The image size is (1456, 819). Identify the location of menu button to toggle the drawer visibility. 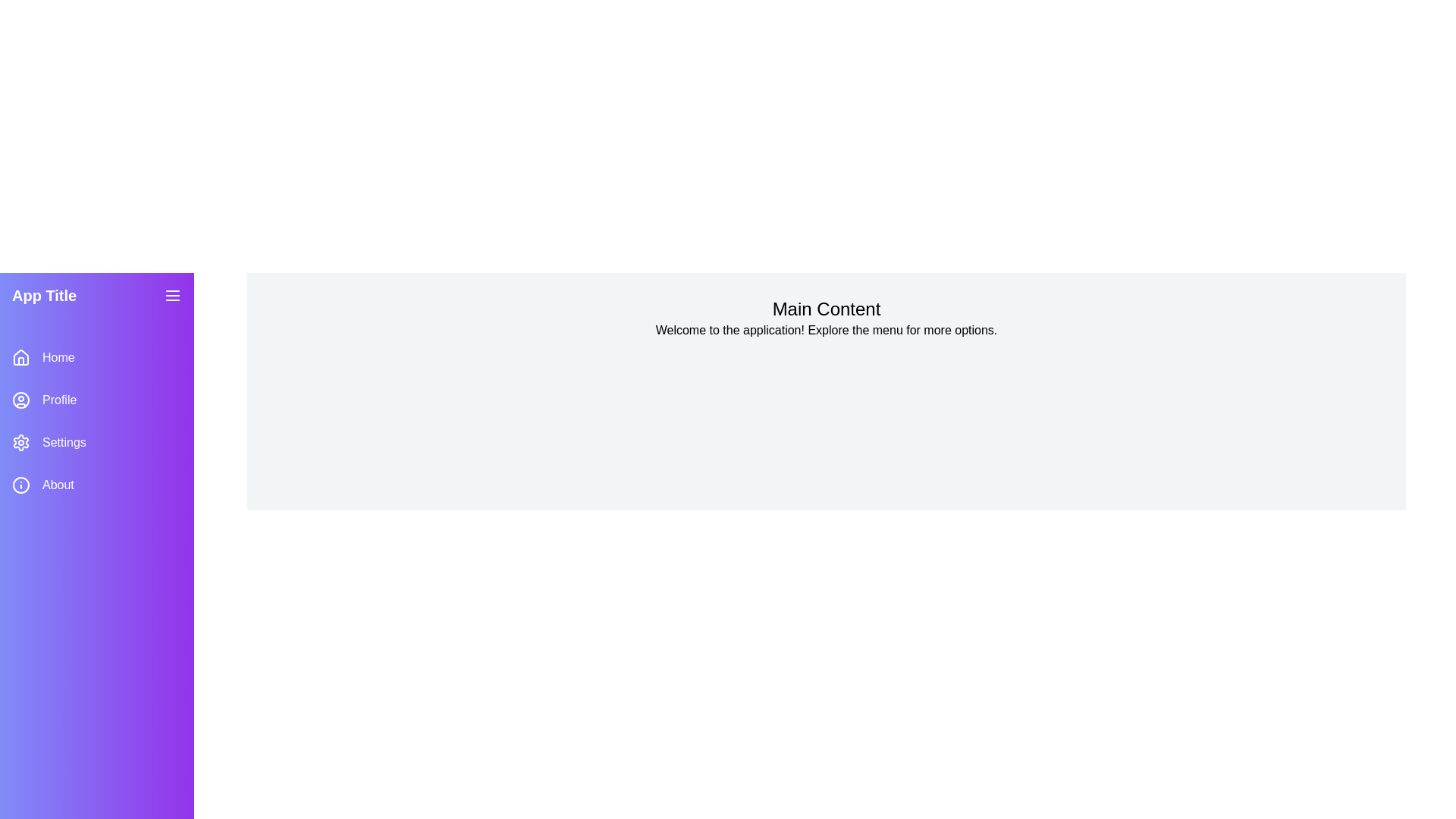
(172, 295).